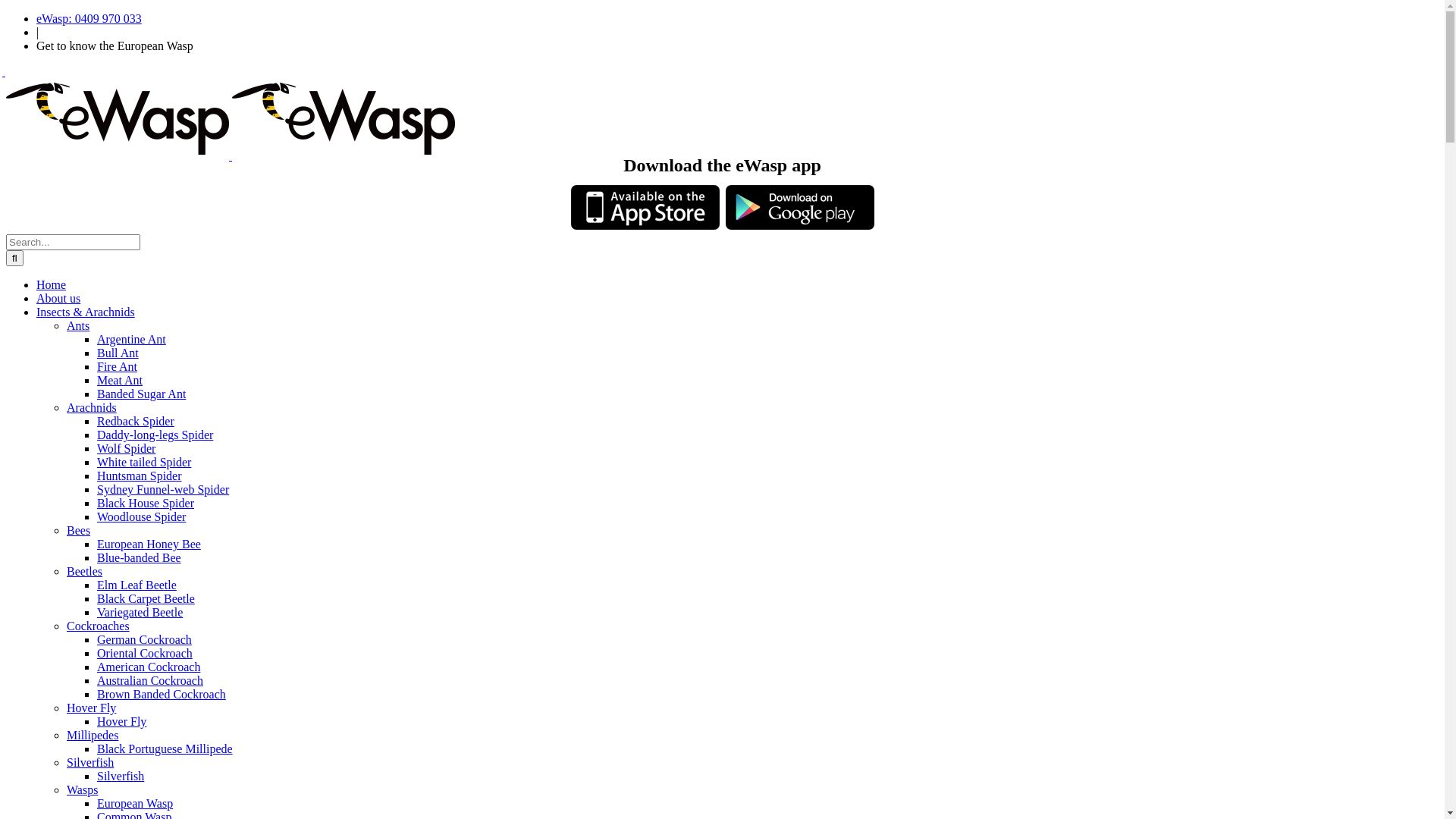 The height and width of the screenshot is (819, 1456). I want to click on 'eWasp: 0409 970 033', so click(36, 18).